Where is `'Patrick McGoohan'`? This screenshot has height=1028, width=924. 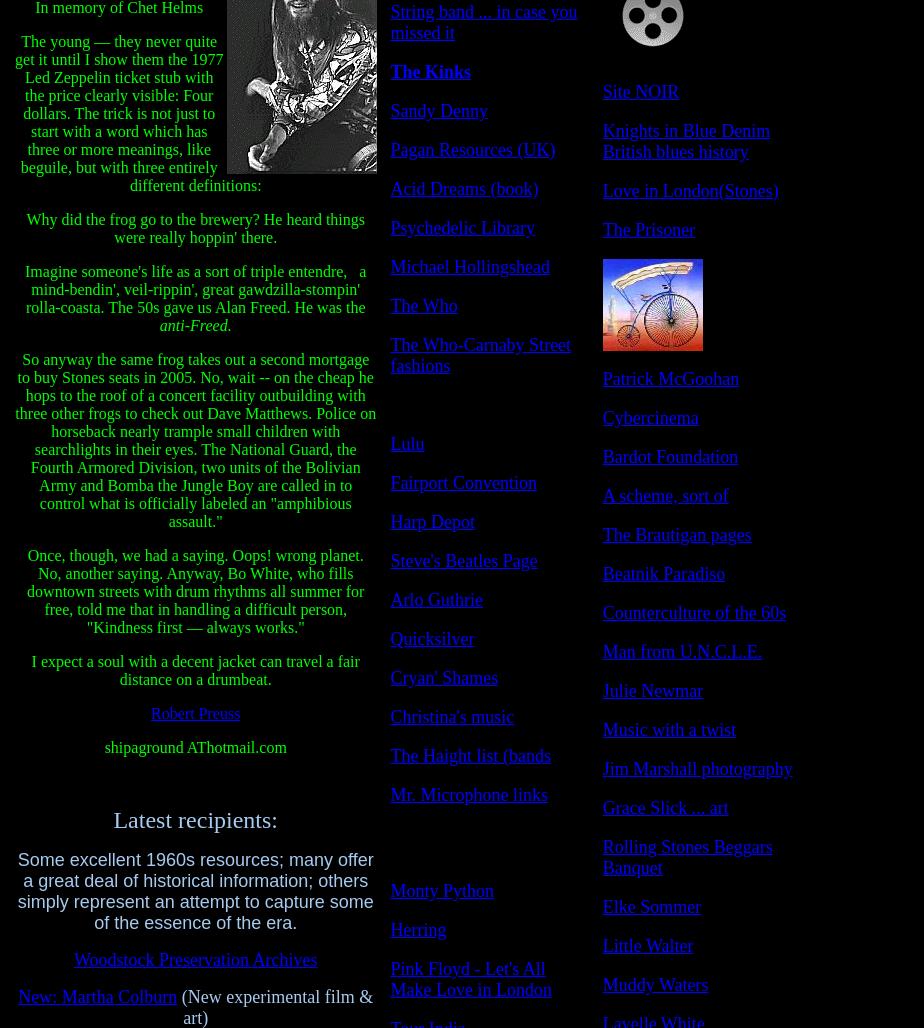 'Patrick McGoohan' is located at coordinates (601, 378).